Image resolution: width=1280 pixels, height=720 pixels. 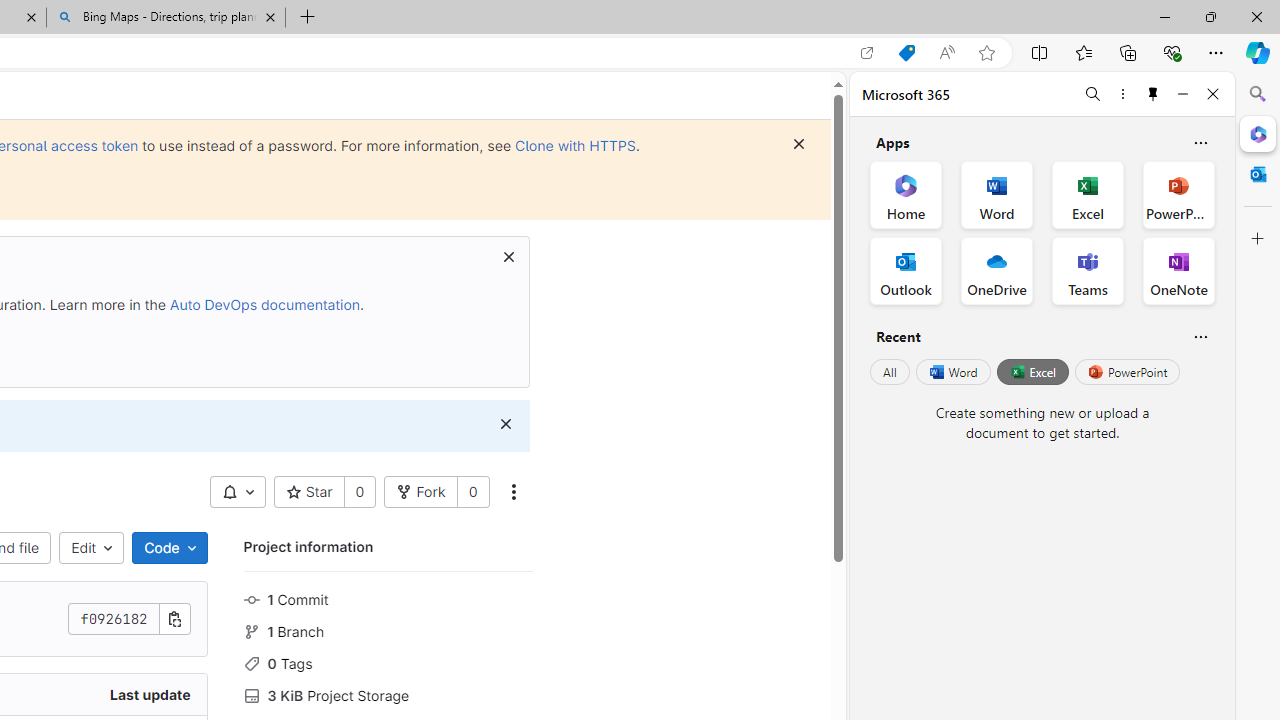 I want to click on '3 KiB Project Storage', so click(x=387, y=692).